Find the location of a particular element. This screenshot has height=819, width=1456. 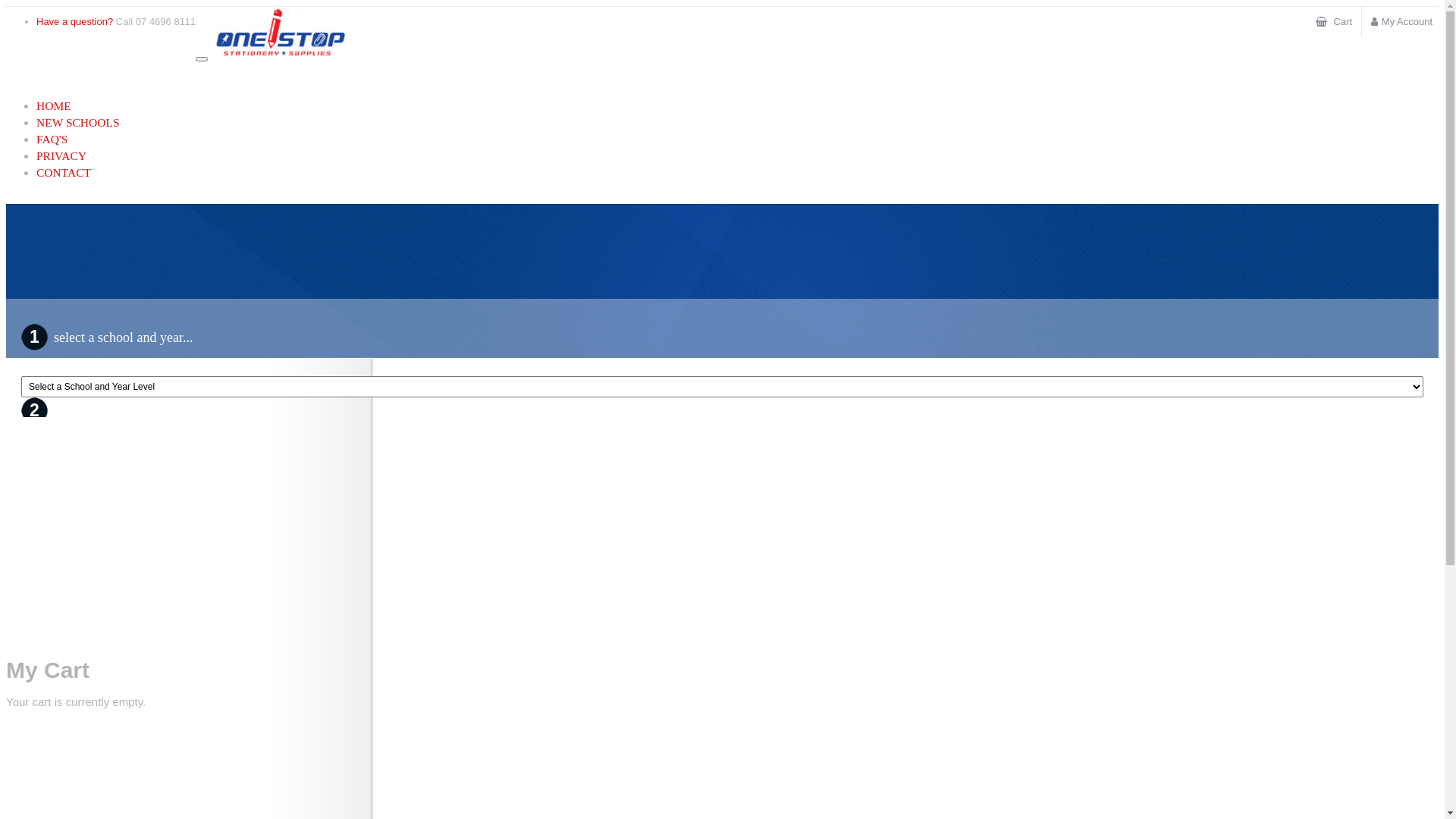

'view book list' is located at coordinates (65, 516).